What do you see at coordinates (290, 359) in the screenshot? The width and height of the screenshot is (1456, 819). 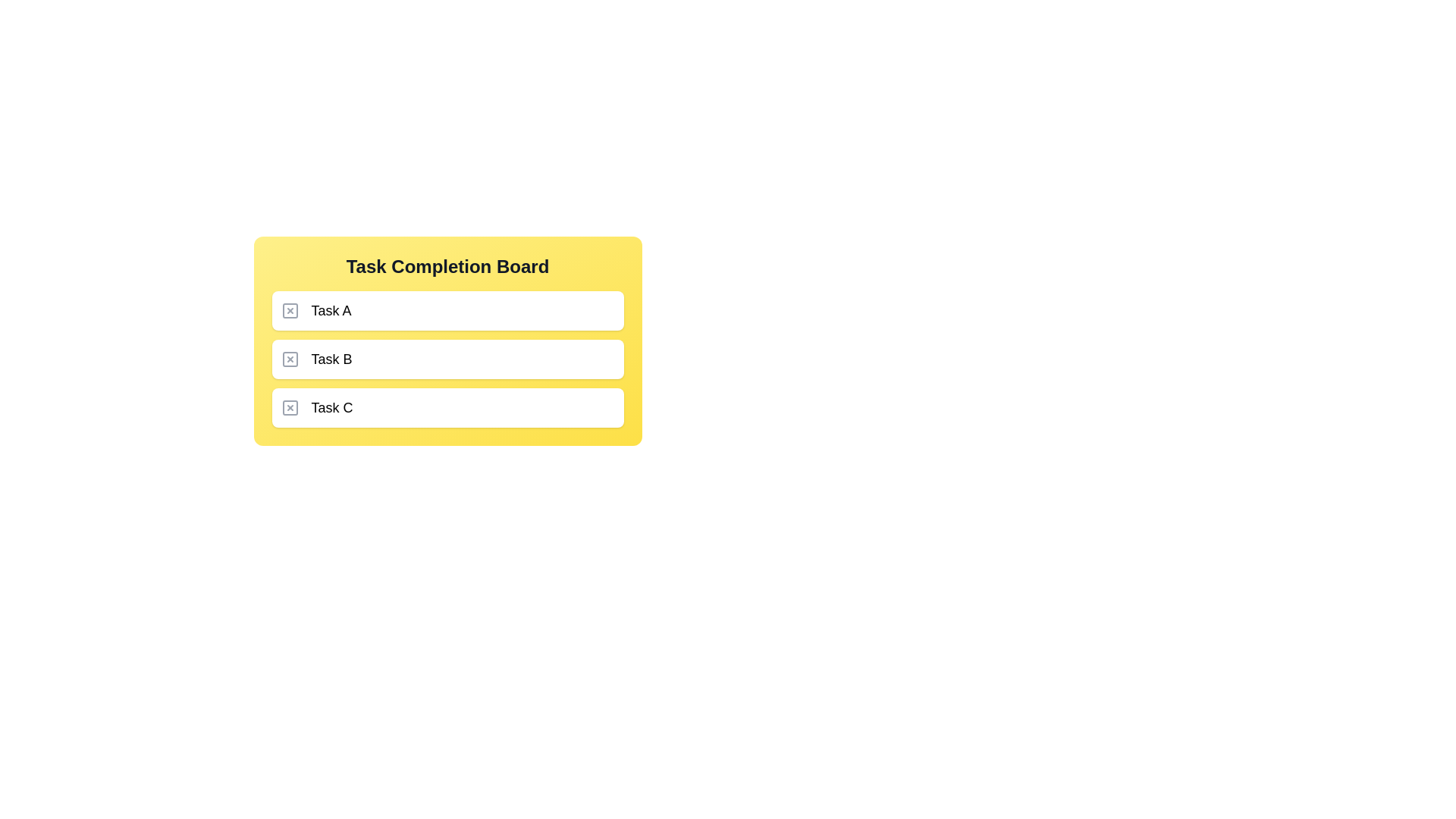 I see `the delete button located to the left of the text labeled 'Task B' in the second row of the task list within the 'Task Completion Board'` at bounding box center [290, 359].